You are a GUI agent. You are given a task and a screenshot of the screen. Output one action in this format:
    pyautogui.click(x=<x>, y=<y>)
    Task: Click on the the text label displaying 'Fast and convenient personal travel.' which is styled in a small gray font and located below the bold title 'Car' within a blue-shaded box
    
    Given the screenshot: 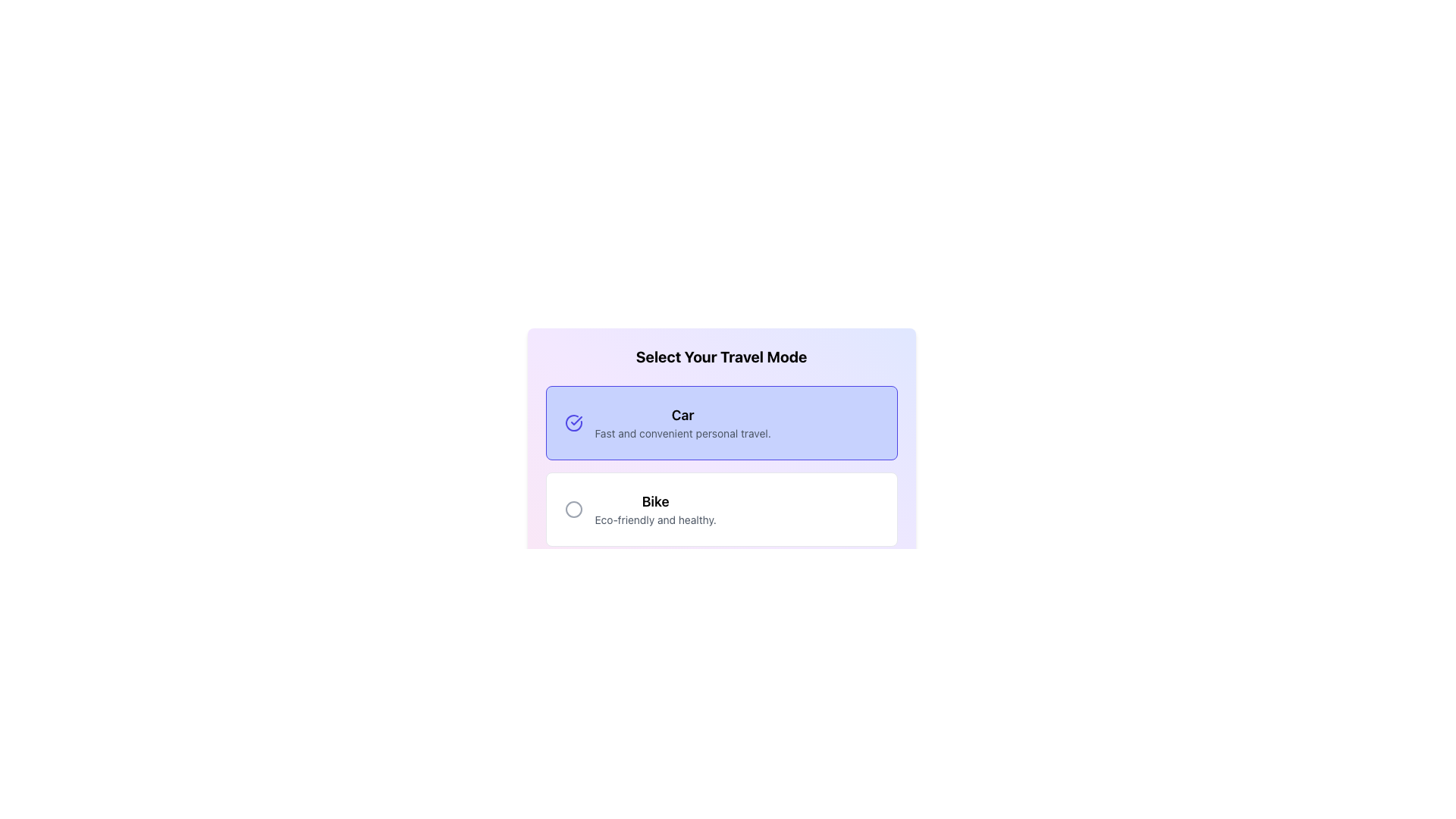 What is the action you would take?
    pyautogui.click(x=682, y=433)
    